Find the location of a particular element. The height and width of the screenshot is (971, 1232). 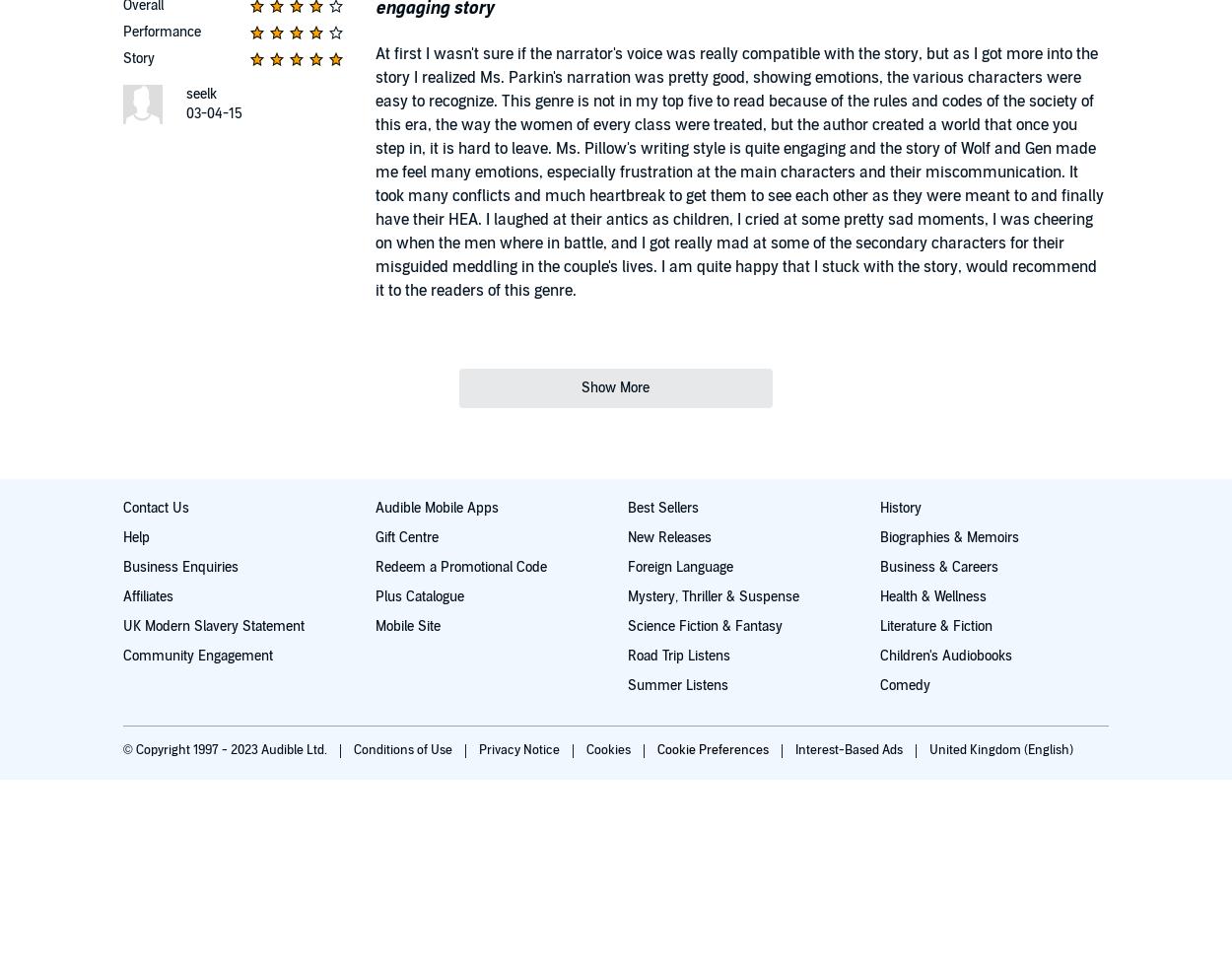

'Show More' is located at coordinates (614, 387).